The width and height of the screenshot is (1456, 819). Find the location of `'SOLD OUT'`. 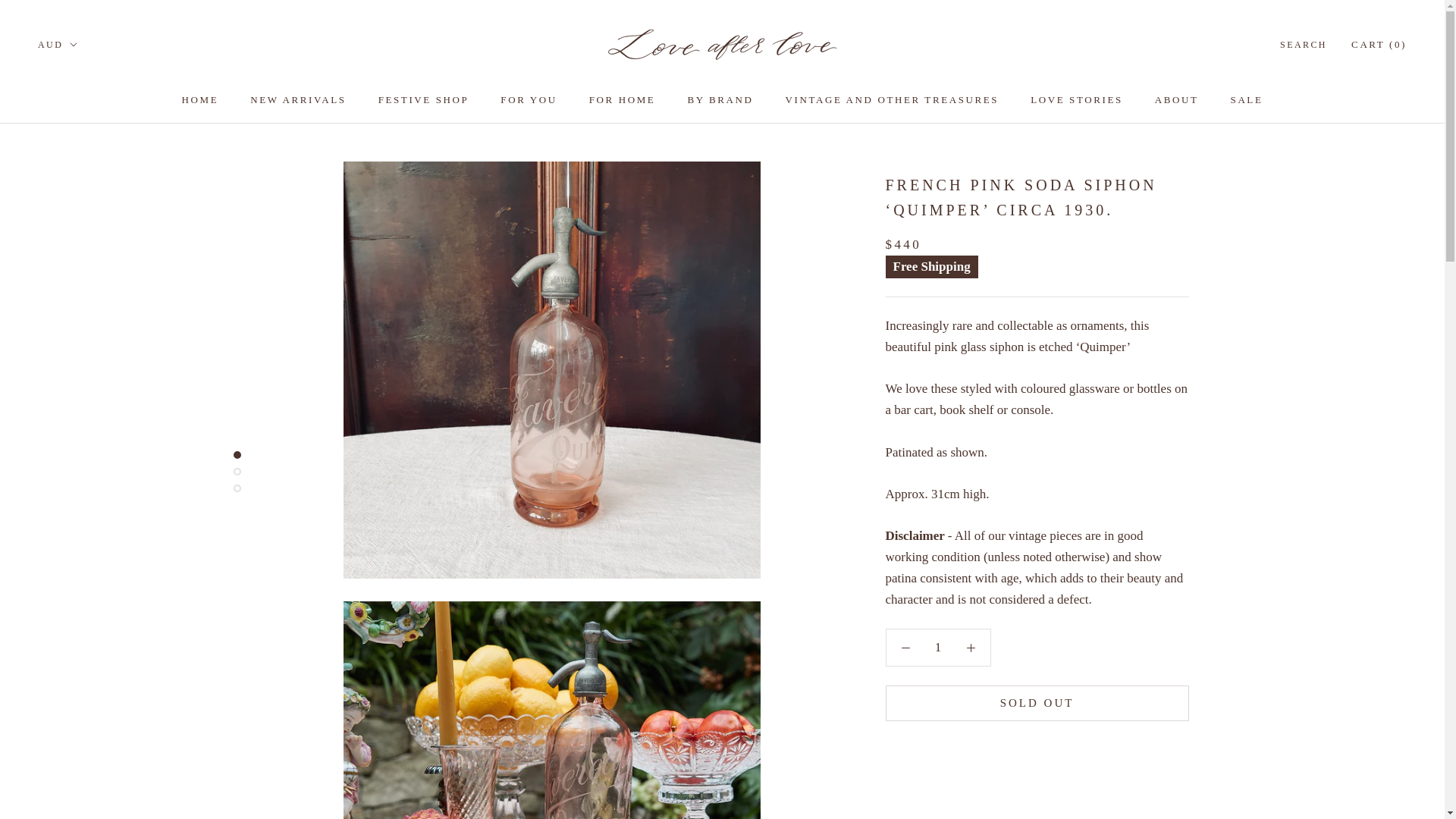

'SOLD OUT' is located at coordinates (1037, 703).